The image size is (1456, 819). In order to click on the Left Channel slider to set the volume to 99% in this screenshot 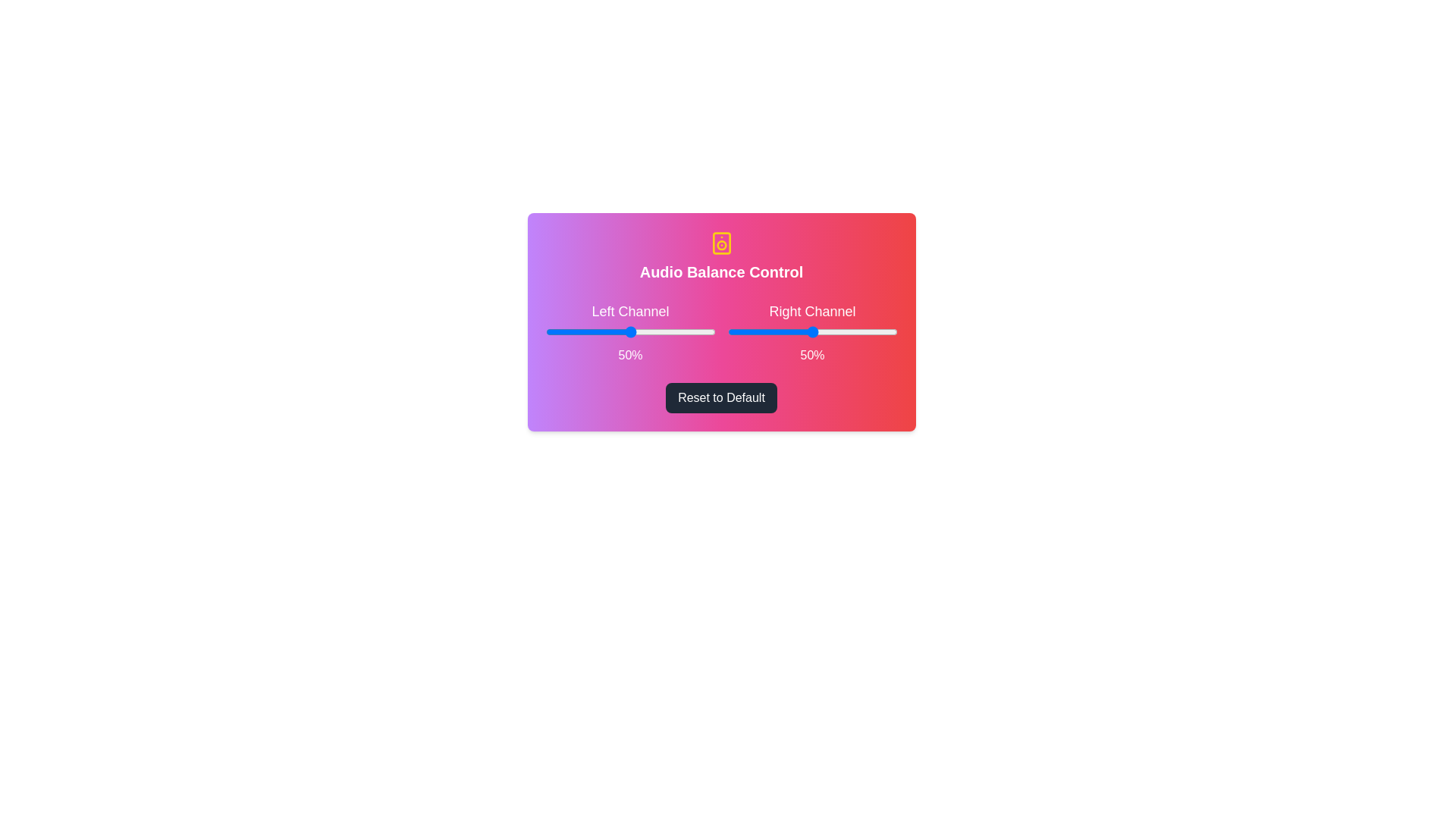, I will do `click(713, 331)`.